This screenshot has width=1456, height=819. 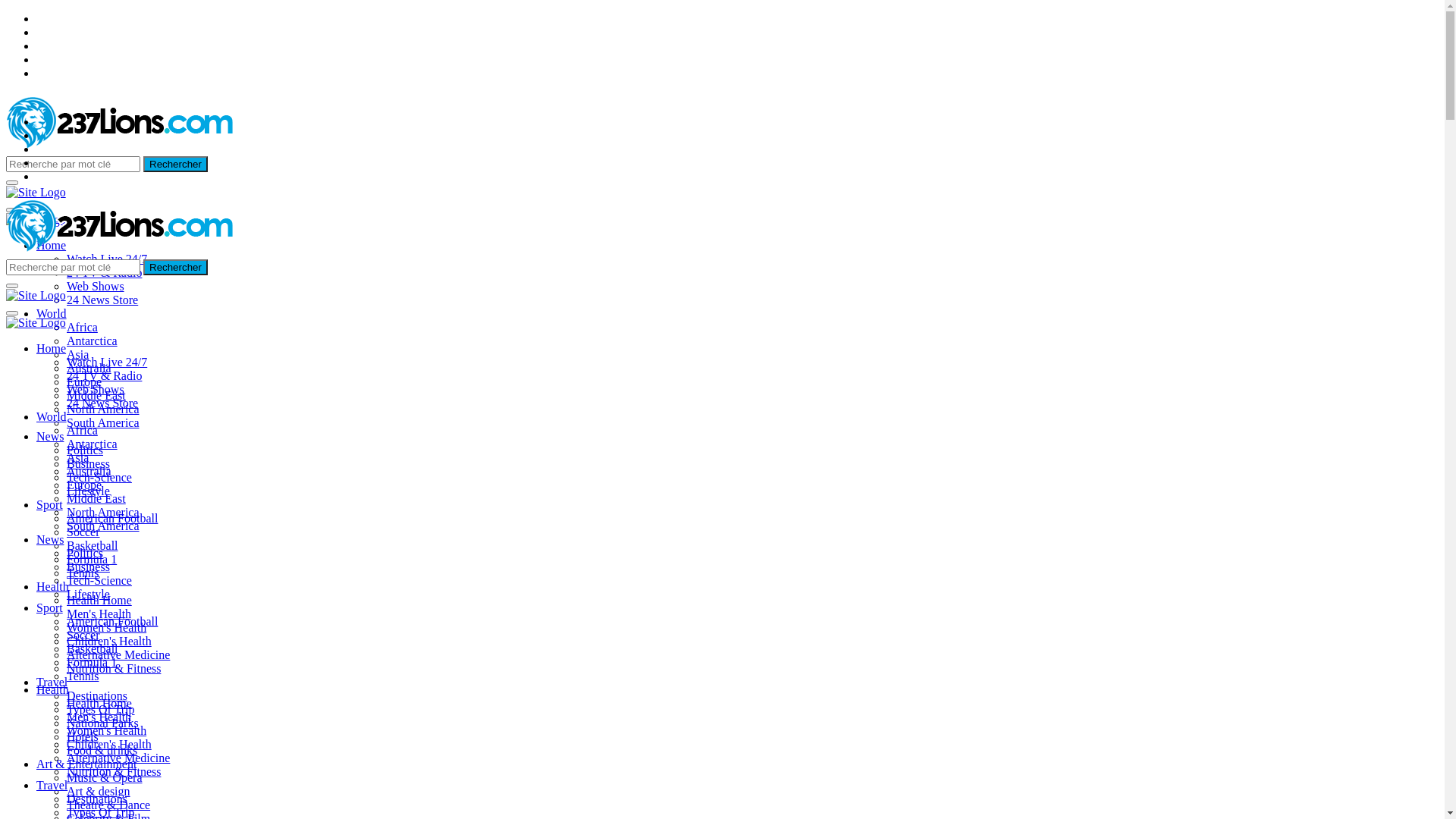 I want to click on 'Europe', so click(x=83, y=381).